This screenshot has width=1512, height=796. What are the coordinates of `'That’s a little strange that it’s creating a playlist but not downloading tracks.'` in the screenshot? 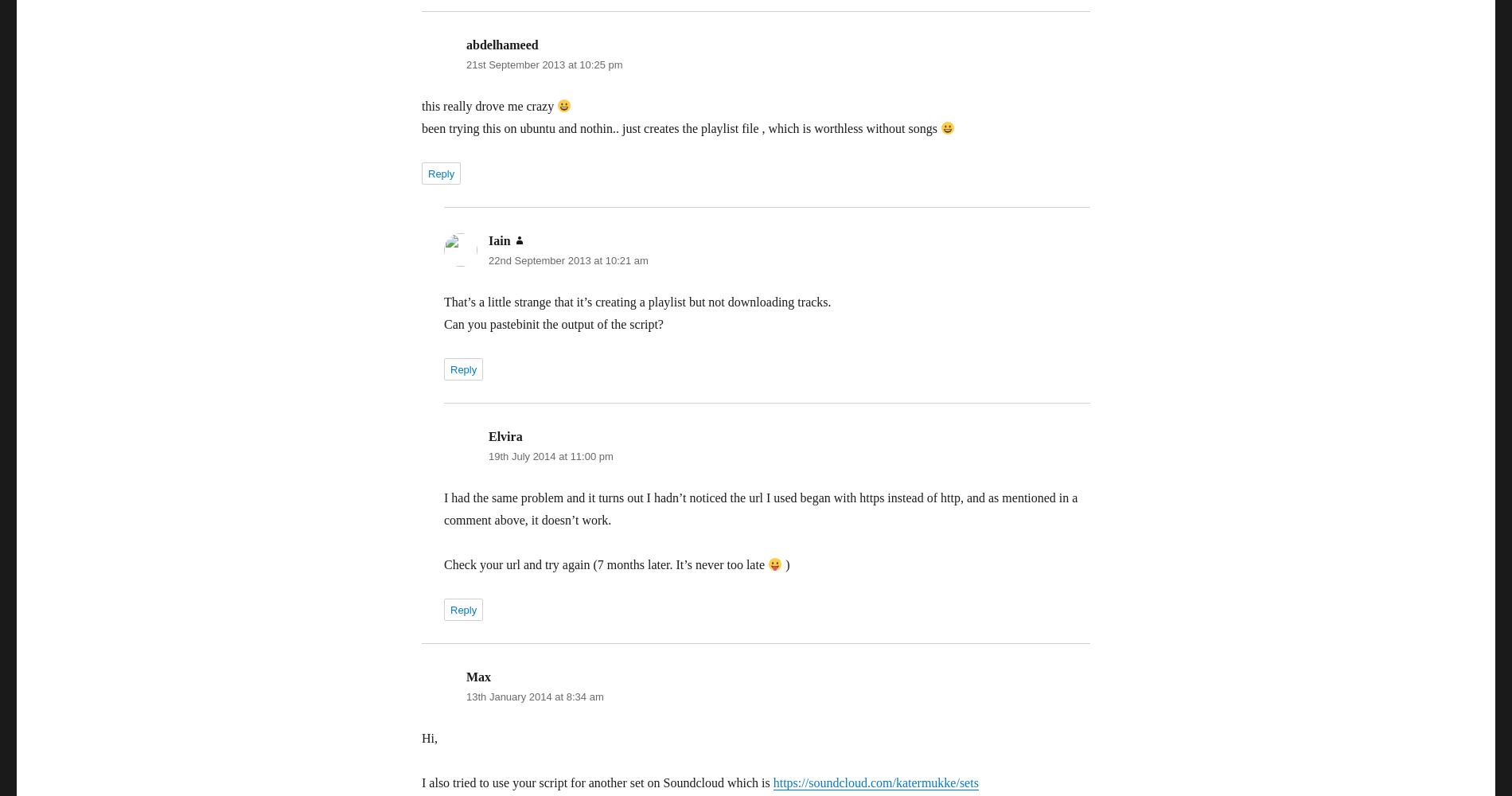 It's located at (637, 302).